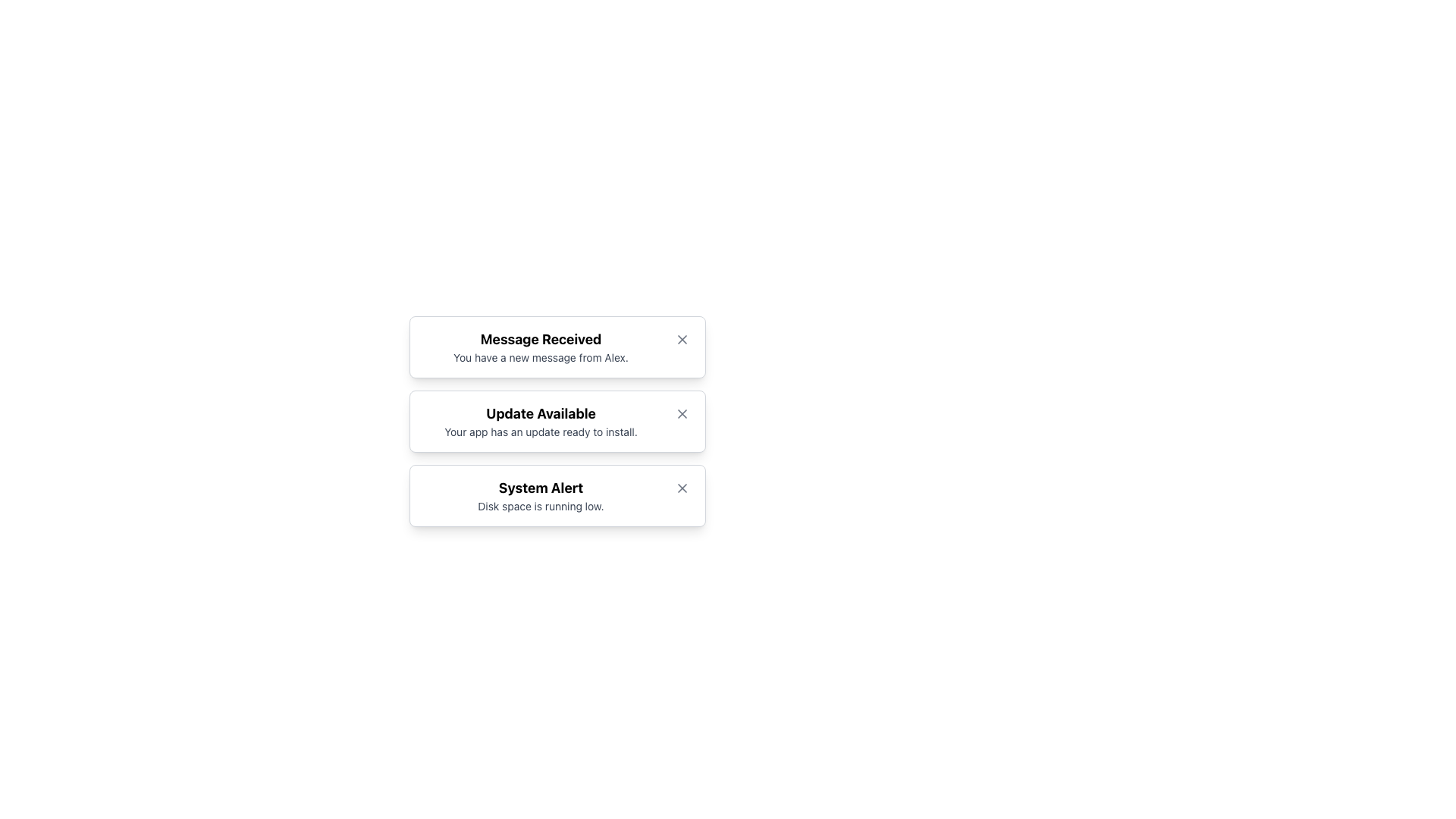 Image resolution: width=1456 pixels, height=819 pixels. Describe the element at coordinates (682, 414) in the screenshot. I see `the close icon located at the top-right corner of the 'Update Available' alert dialog` at that location.